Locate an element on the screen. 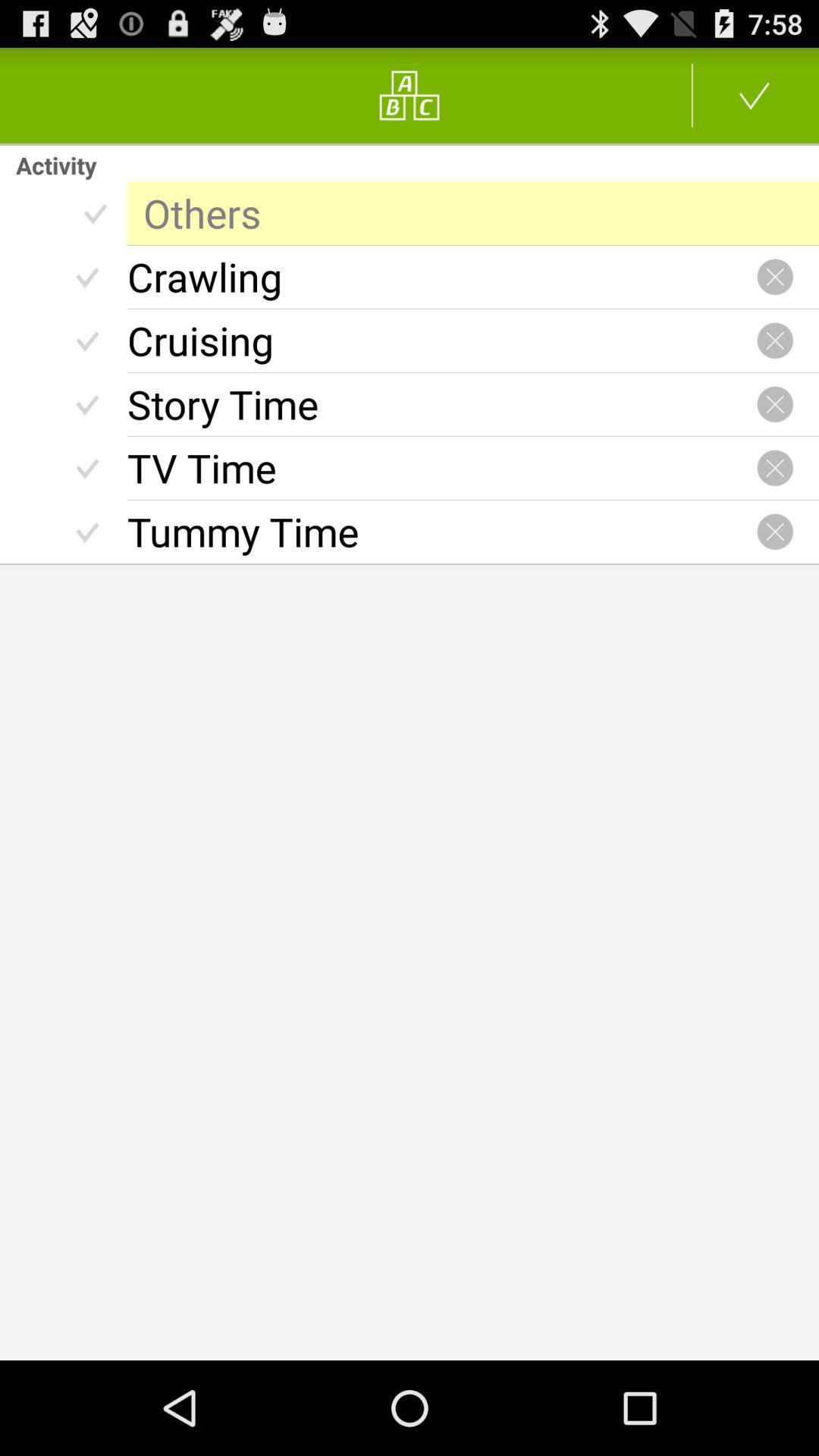 The image size is (819, 1456). delete is located at coordinates (775, 340).